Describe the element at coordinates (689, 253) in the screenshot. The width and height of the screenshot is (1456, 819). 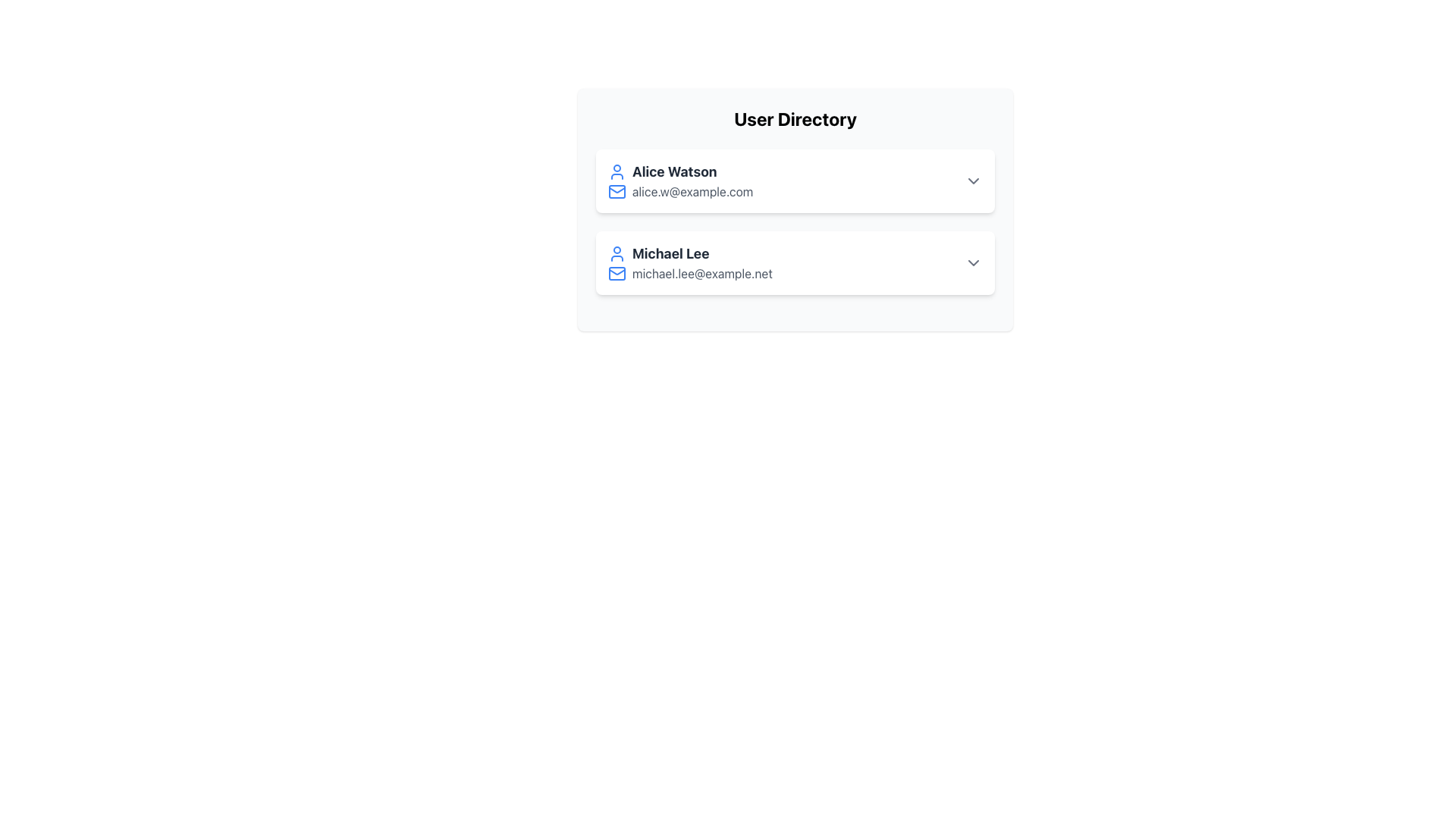
I see `the text display element showing 'Michael Lee' with a blue user icon to its left` at that location.